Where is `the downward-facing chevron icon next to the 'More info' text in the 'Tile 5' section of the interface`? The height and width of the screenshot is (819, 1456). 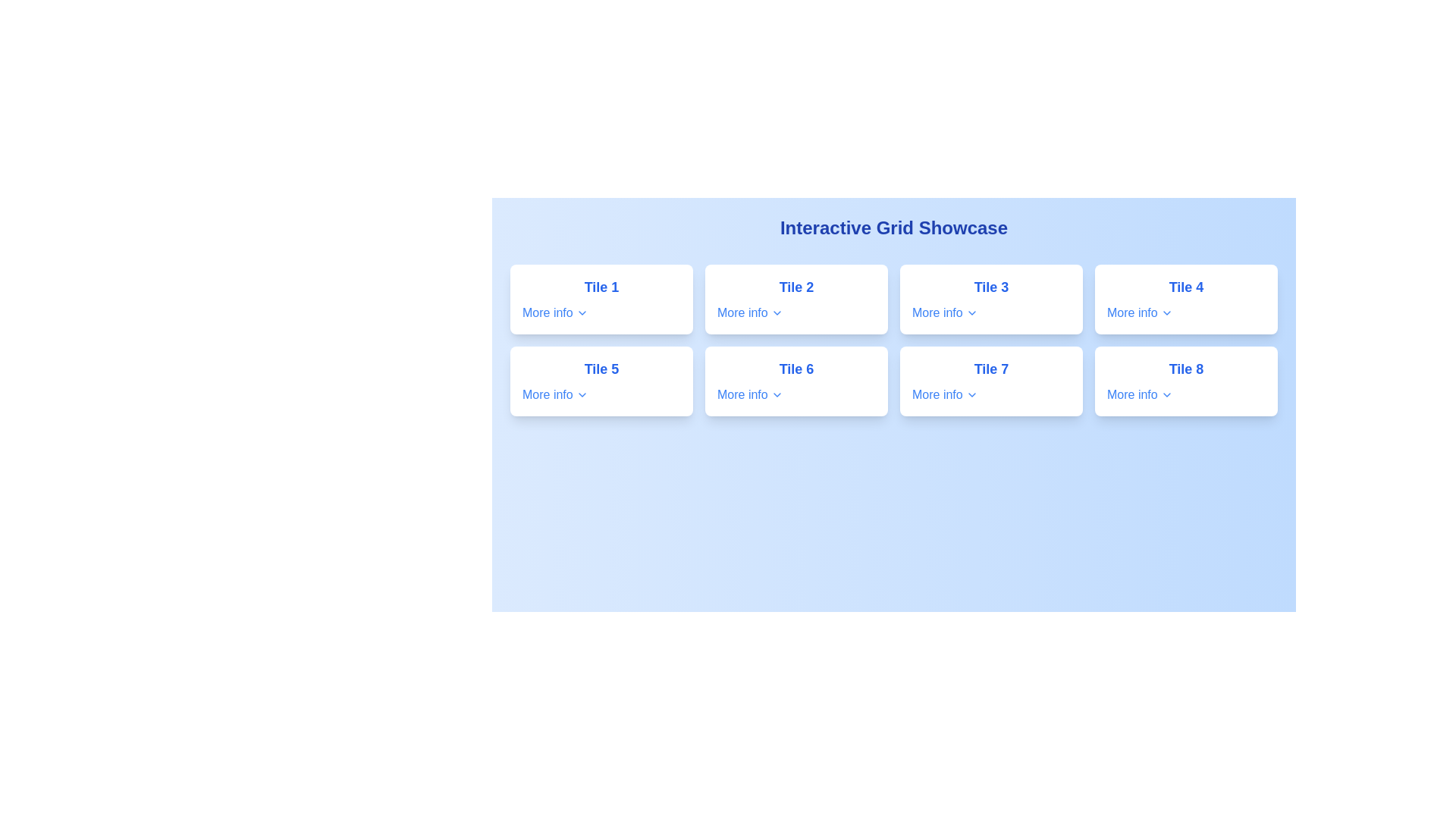 the downward-facing chevron icon next to the 'More info' text in the 'Tile 5' section of the interface is located at coordinates (581, 394).